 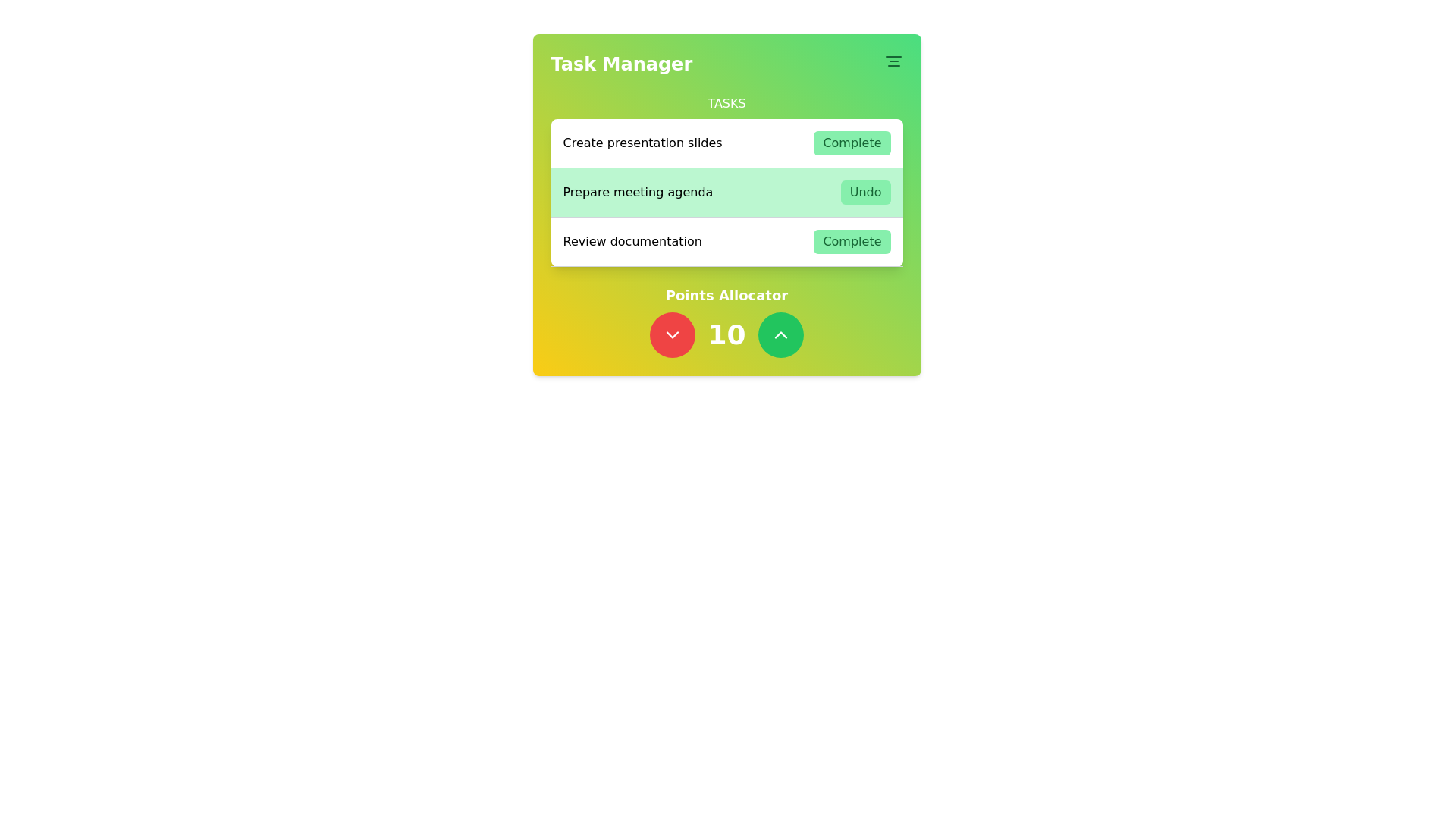 I want to click on the 'Undo' button for the 'Prepare meeting agenda' task, so click(x=865, y=192).